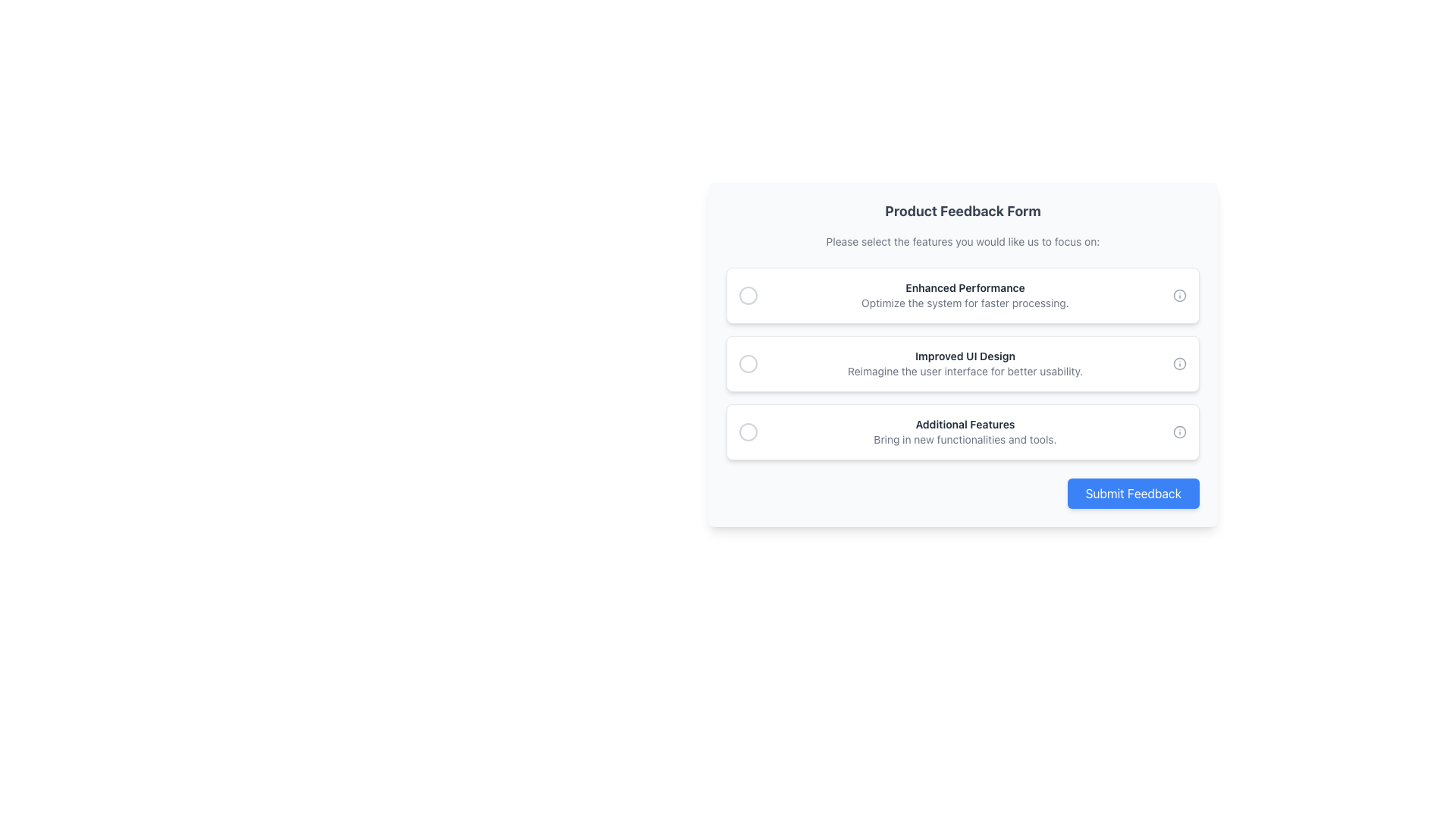 Image resolution: width=1456 pixels, height=819 pixels. Describe the element at coordinates (964, 439) in the screenshot. I see `secondary text label that displays 'Bring in new functionalities and tools.' located below the 'Additional Features' heading for additional attributes` at that location.